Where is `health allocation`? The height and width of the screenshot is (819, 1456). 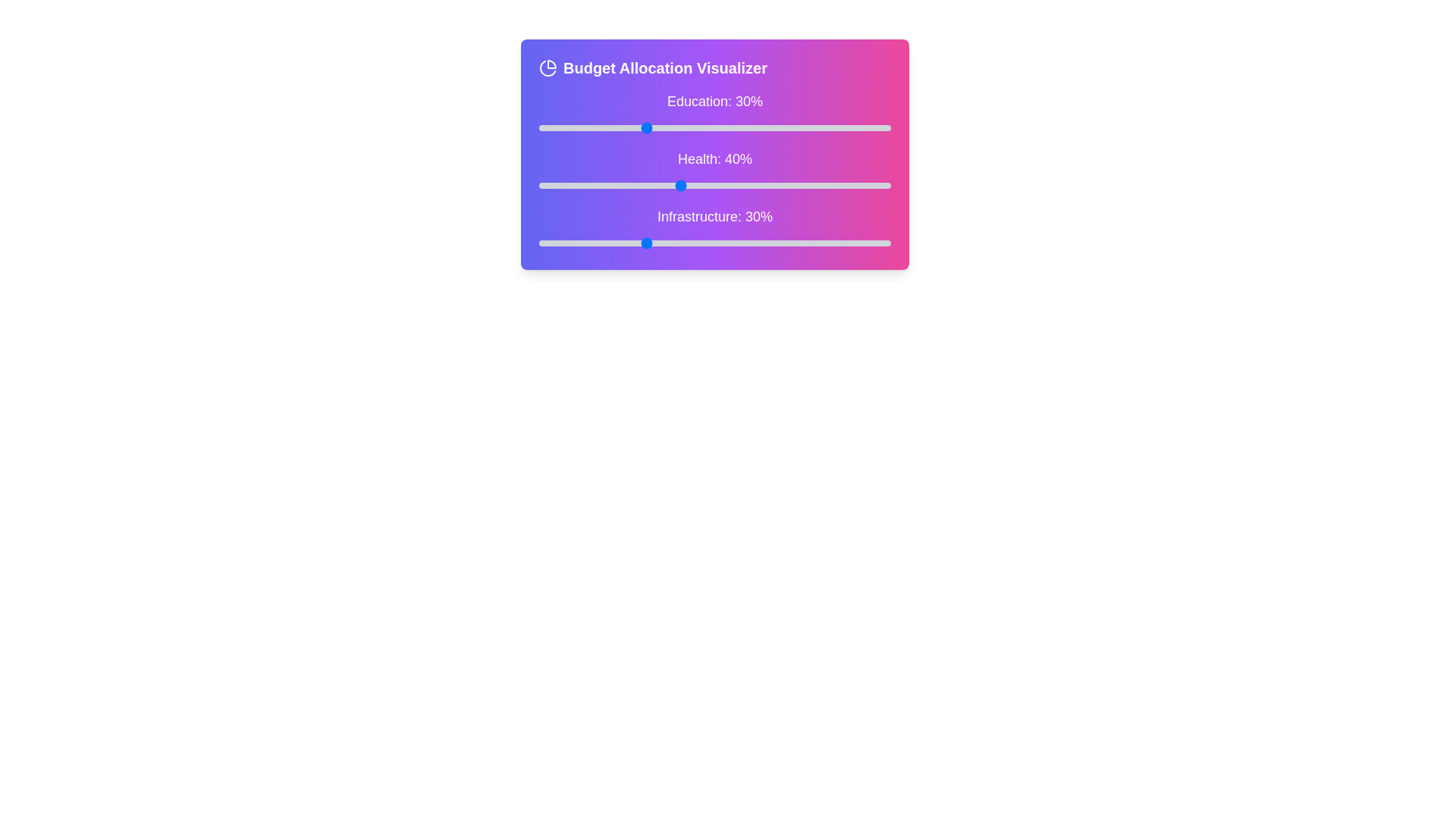 health allocation is located at coordinates (609, 185).